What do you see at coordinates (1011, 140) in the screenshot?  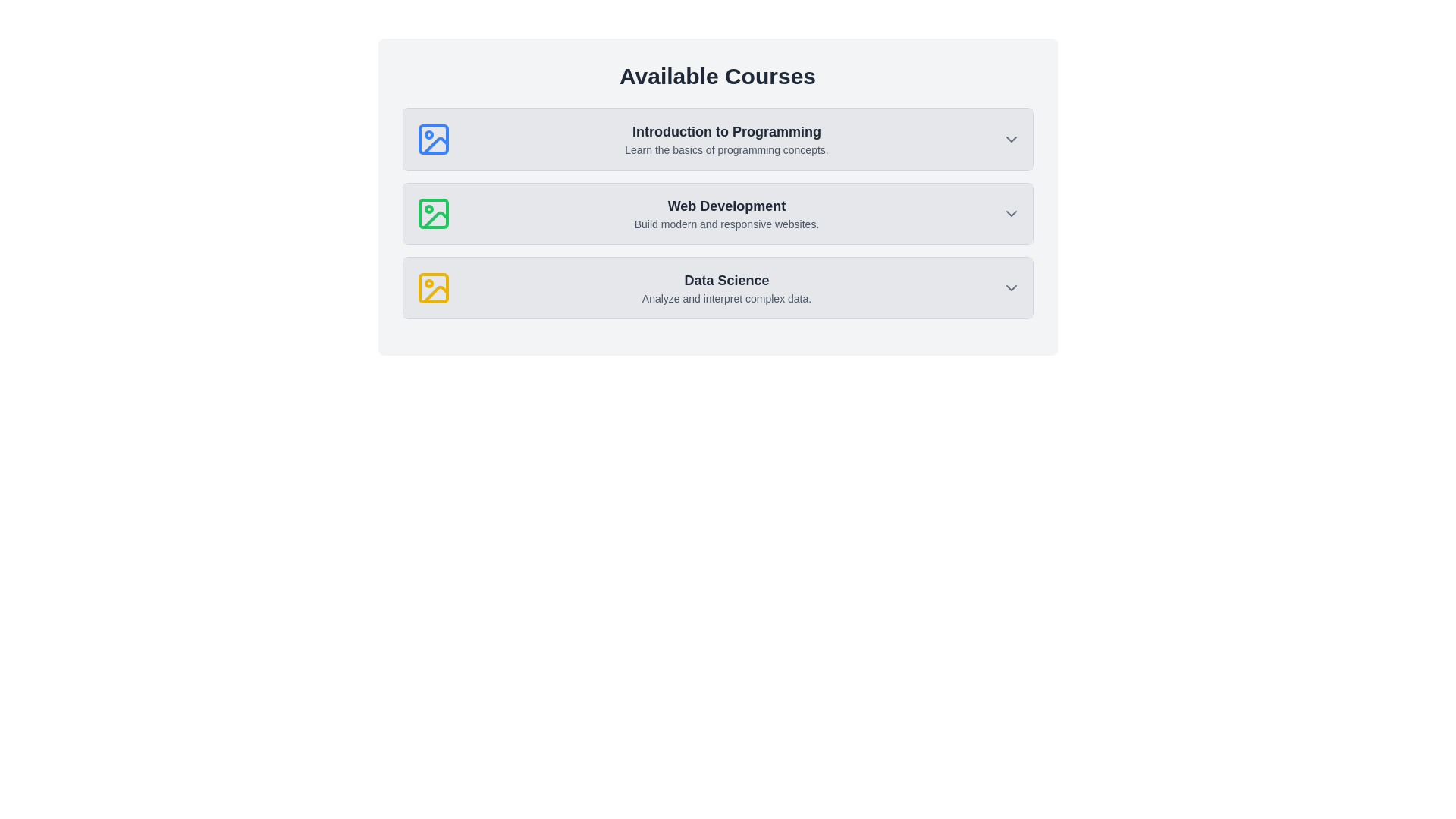 I see `the chevron-down icon (SVG component) located at the far right of the 'Introduction to Programming' card` at bounding box center [1011, 140].